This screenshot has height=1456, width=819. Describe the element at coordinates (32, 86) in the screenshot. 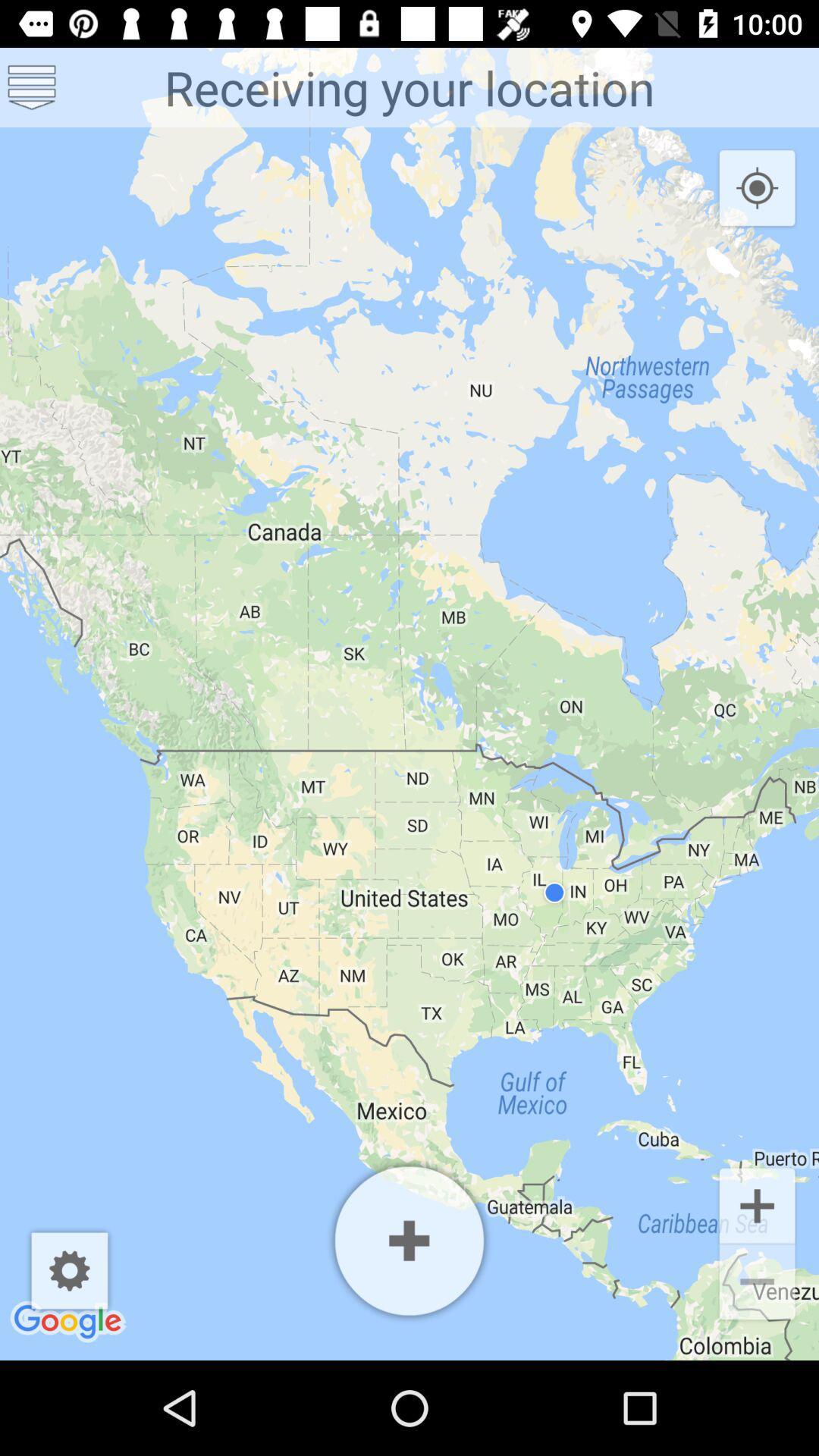

I see `the icon at the top left corner` at that location.